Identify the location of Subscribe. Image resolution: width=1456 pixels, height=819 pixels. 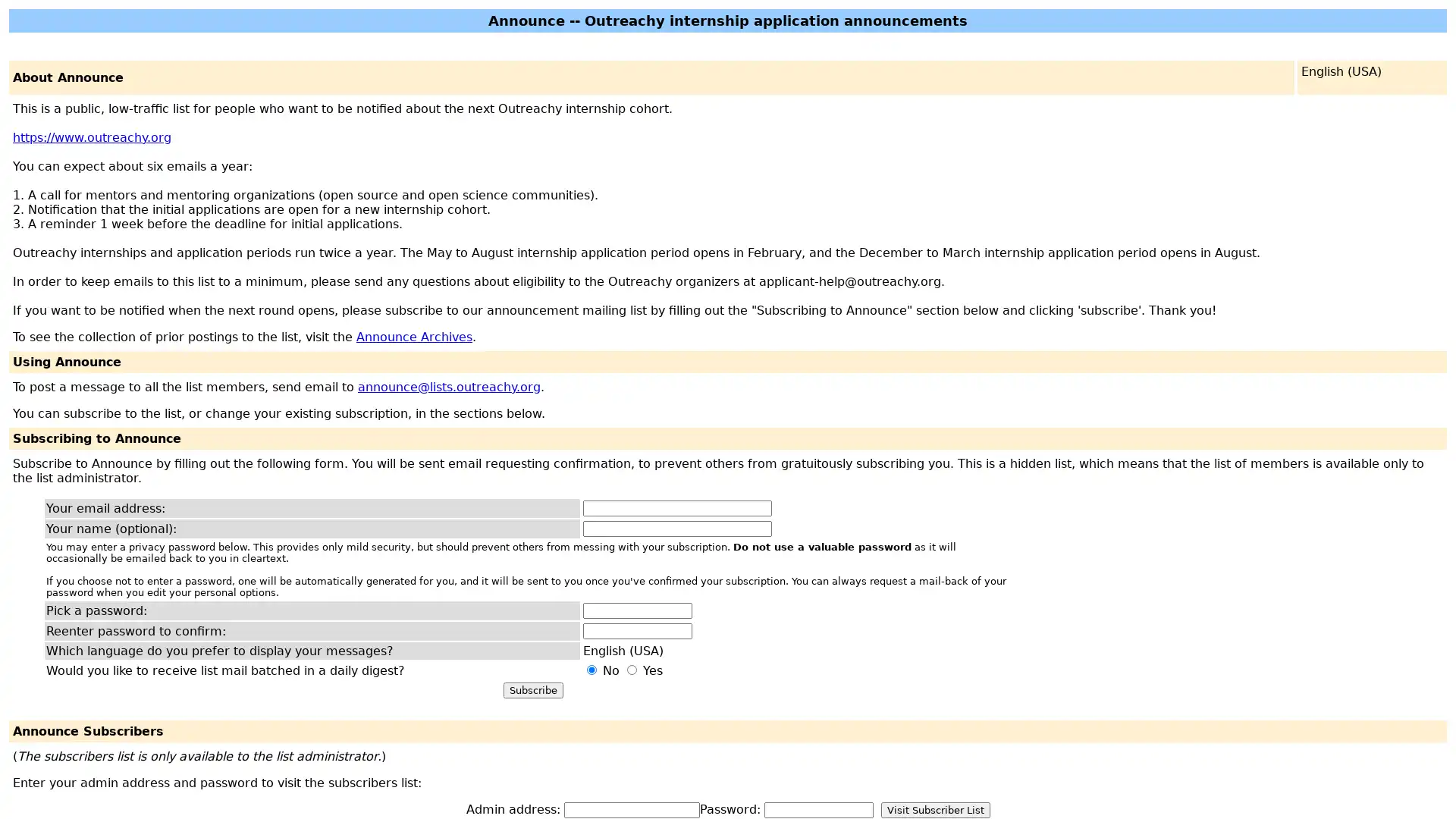
(532, 690).